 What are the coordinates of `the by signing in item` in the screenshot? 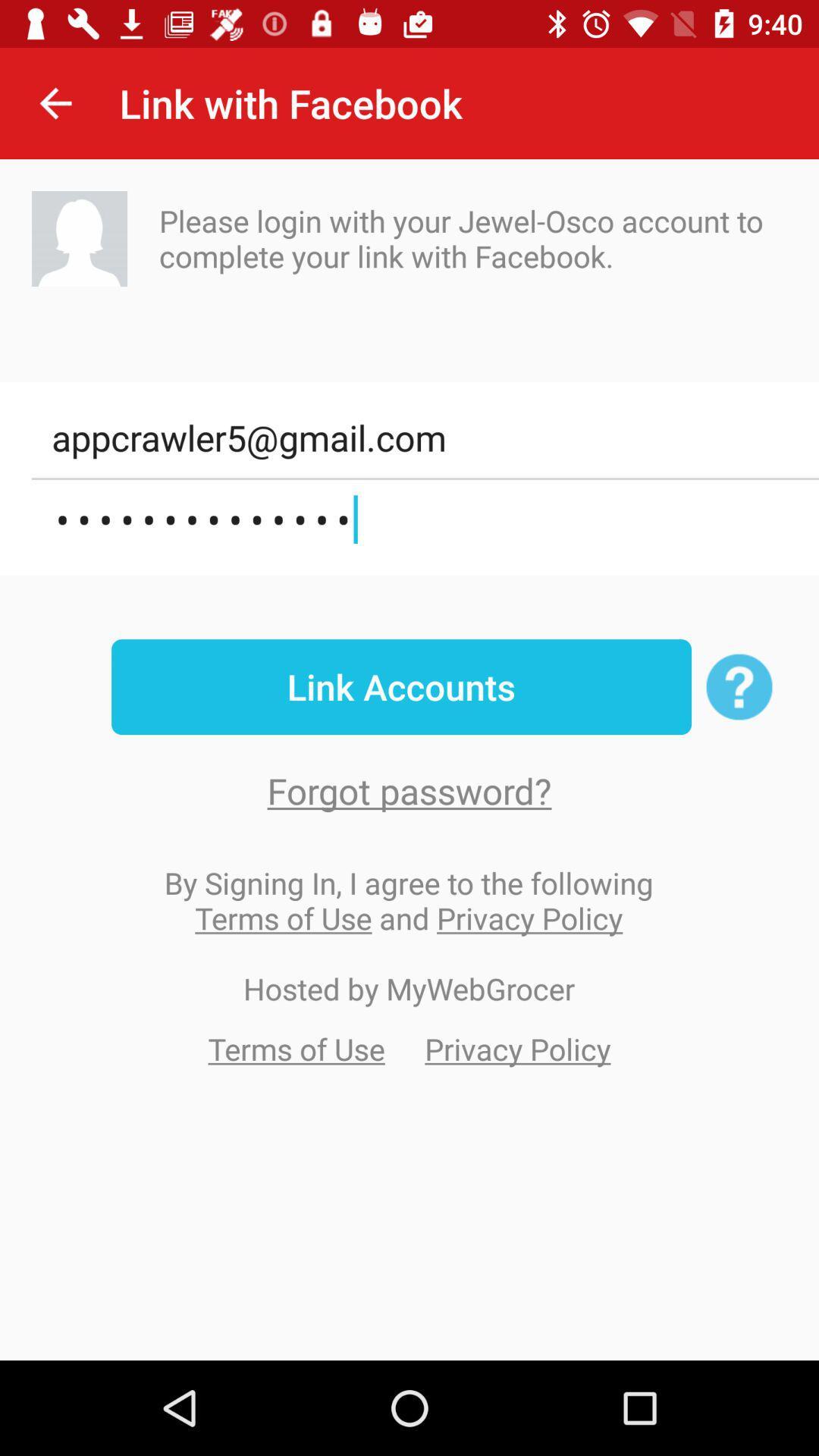 It's located at (408, 900).